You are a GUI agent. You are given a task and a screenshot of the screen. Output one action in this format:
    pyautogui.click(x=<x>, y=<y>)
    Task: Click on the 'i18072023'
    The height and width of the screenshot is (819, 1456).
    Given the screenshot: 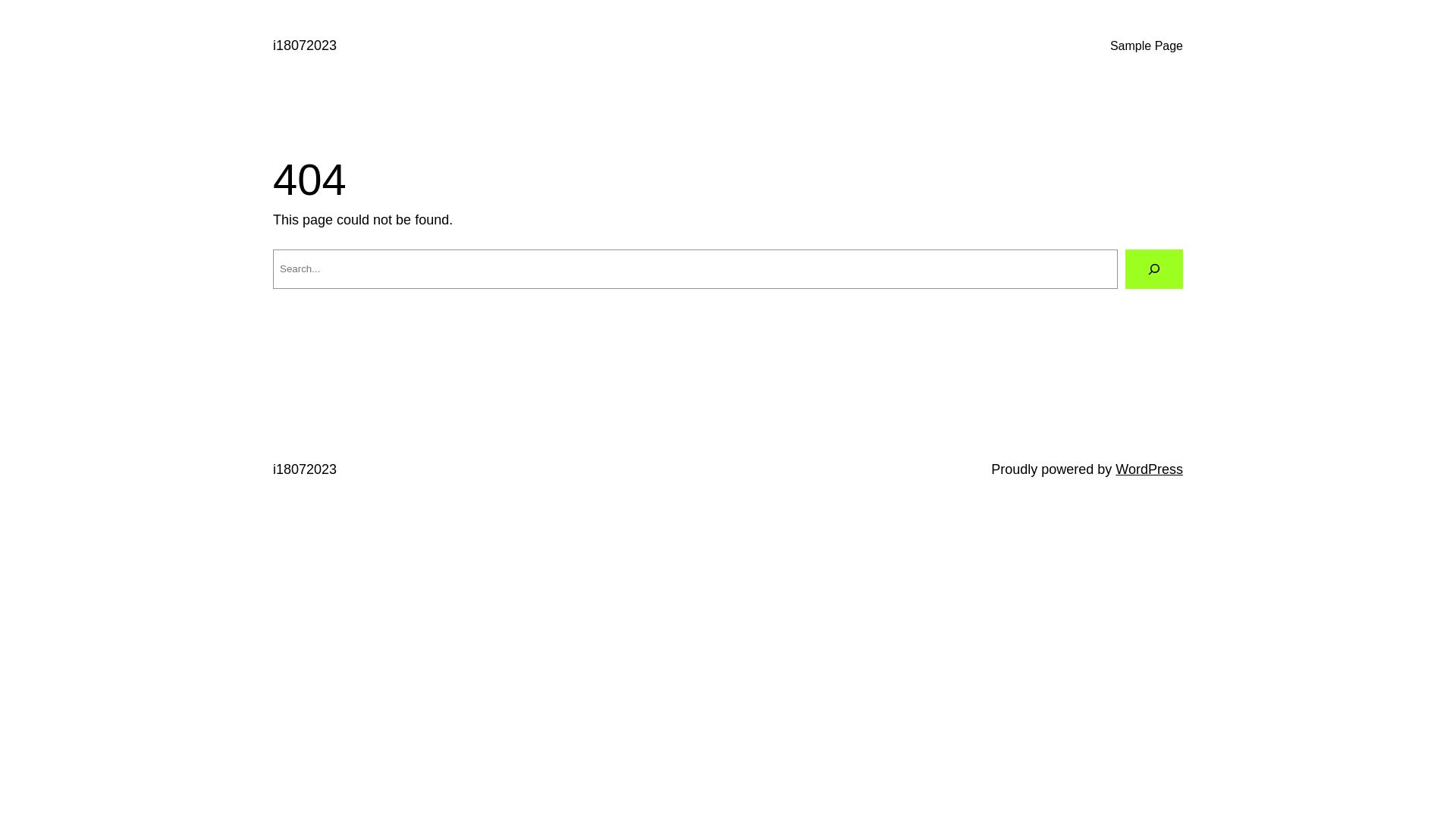 What is the action you would take?
    pyautogui.click(x=304, y=468)
    